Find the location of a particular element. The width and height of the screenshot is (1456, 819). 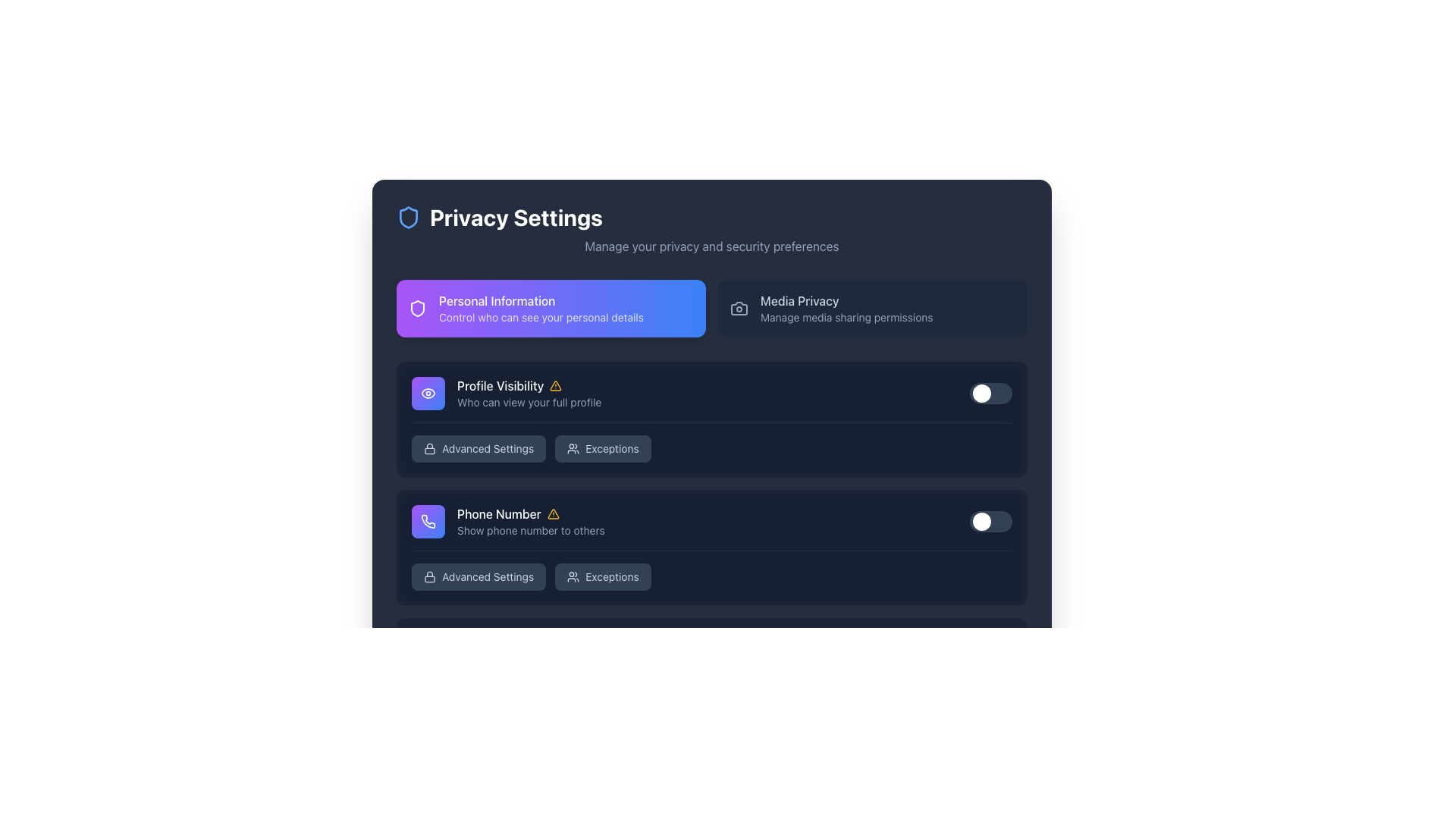

the 'Profile Visibility' settings button located in the Privacy Settings section to receive interaction feedback is located at coordinates (478, 447).